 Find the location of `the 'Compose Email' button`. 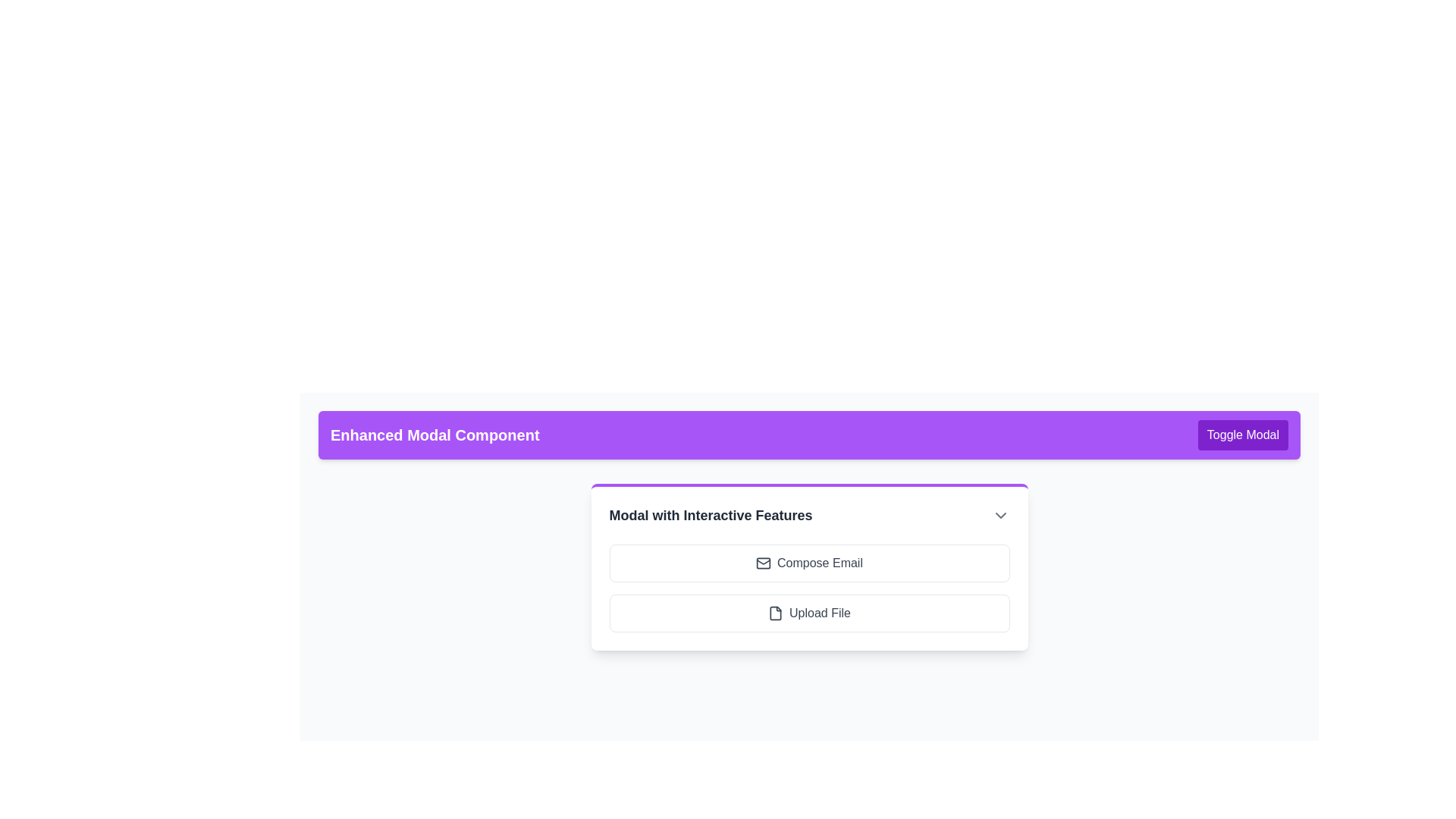

the 'Compose Email' button is located at coordinates (808, 563).